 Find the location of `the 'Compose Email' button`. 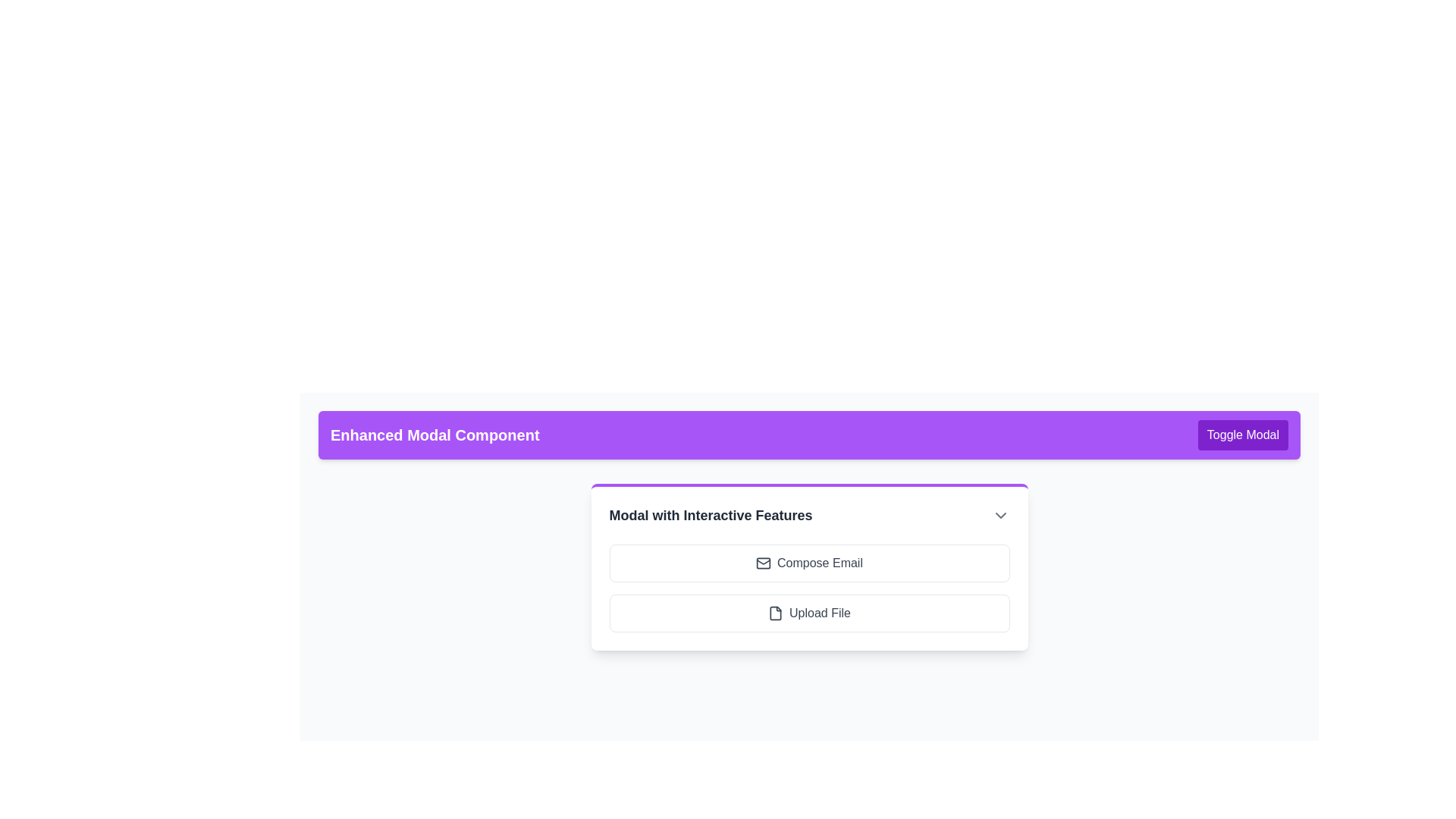

the 'Compose Email' button is located at coordinates (808, 563).